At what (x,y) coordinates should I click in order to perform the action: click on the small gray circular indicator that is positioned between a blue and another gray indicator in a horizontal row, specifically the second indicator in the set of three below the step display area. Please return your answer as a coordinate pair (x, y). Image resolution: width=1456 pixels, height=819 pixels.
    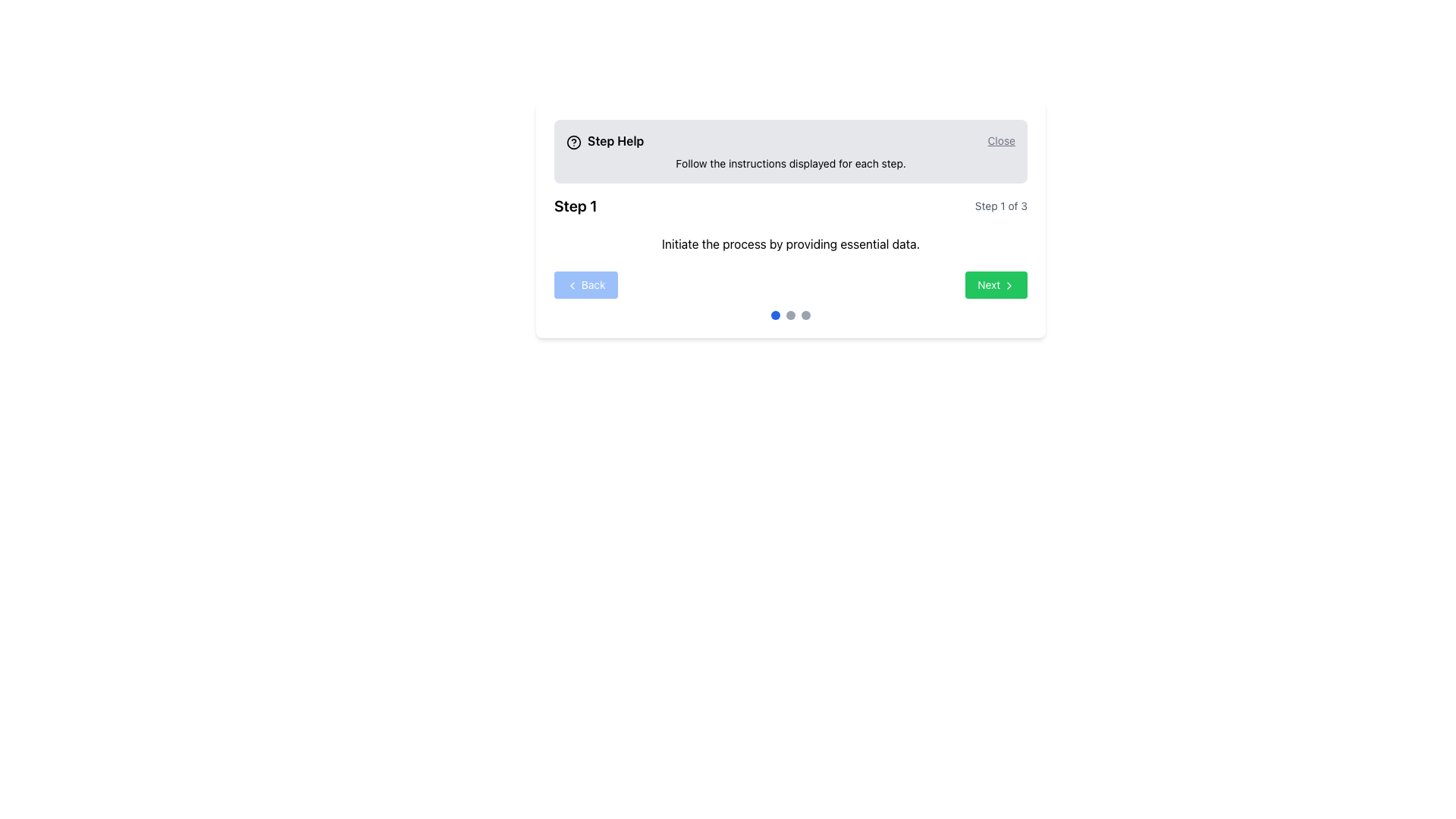
    Looking at the image, I should click on (789, 315).